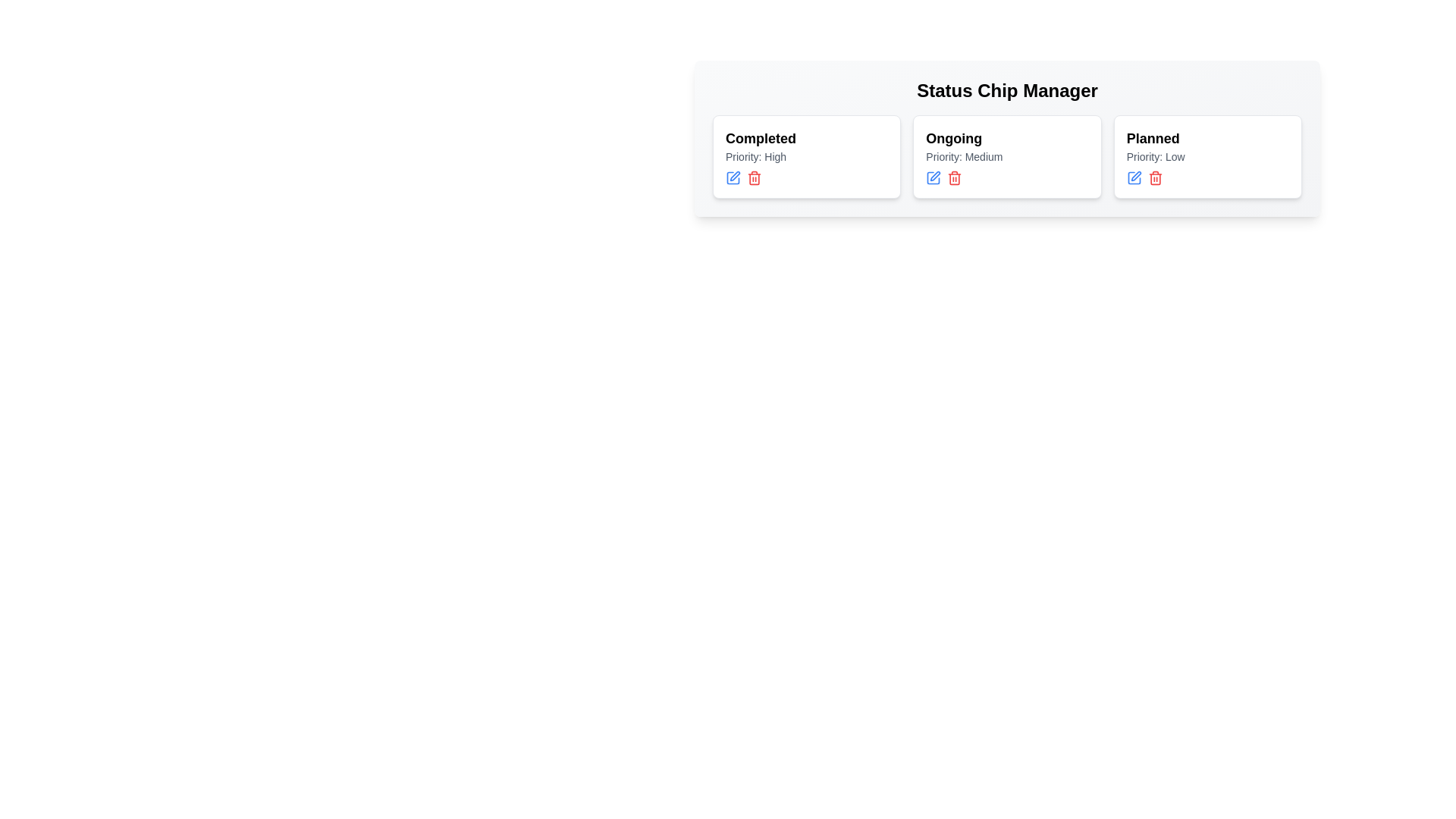  I want to click on the chip card labeled Planned to view its details, so click(1207, 157).